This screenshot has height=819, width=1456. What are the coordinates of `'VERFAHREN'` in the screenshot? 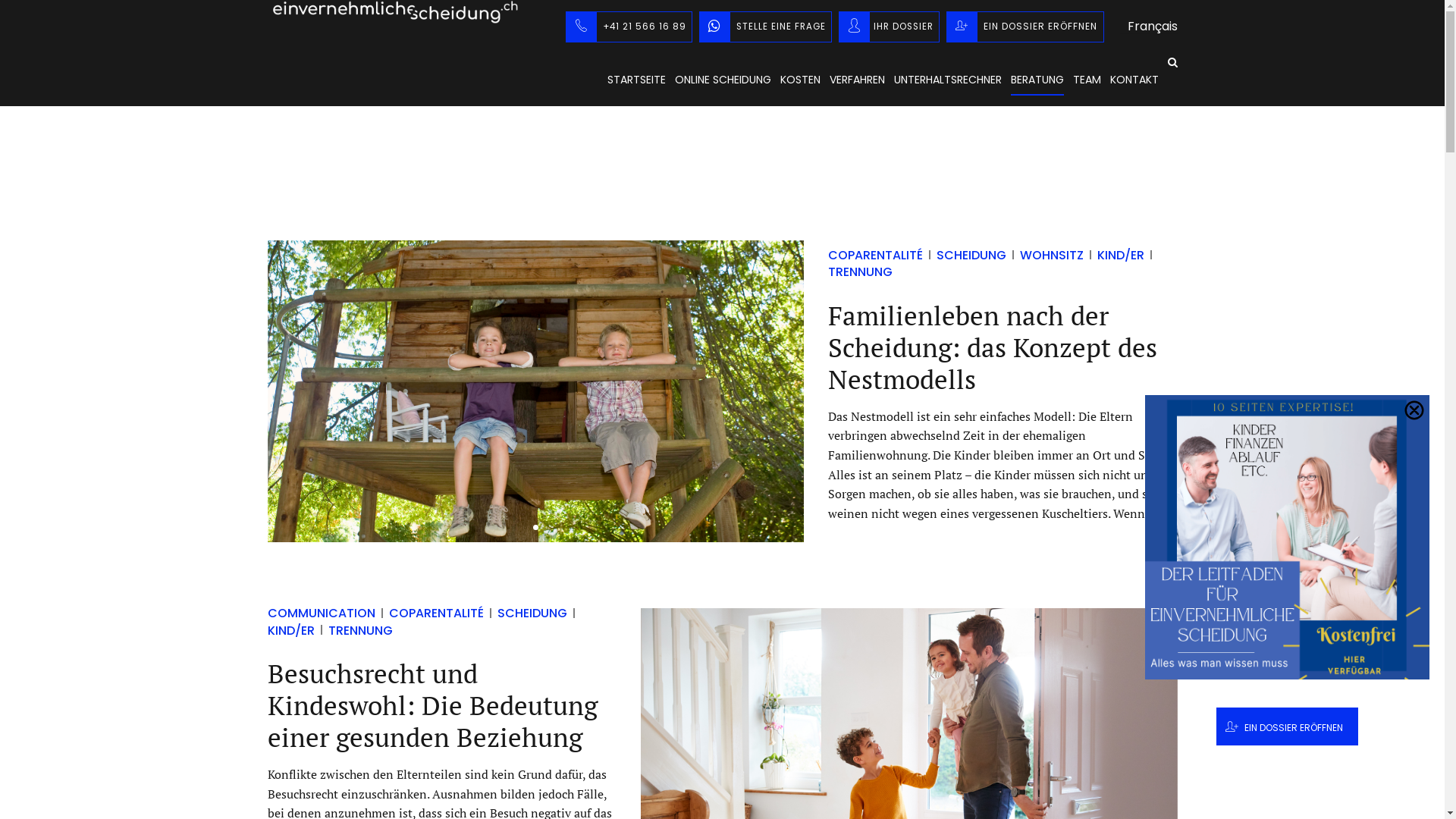 It's located at (829, 79).